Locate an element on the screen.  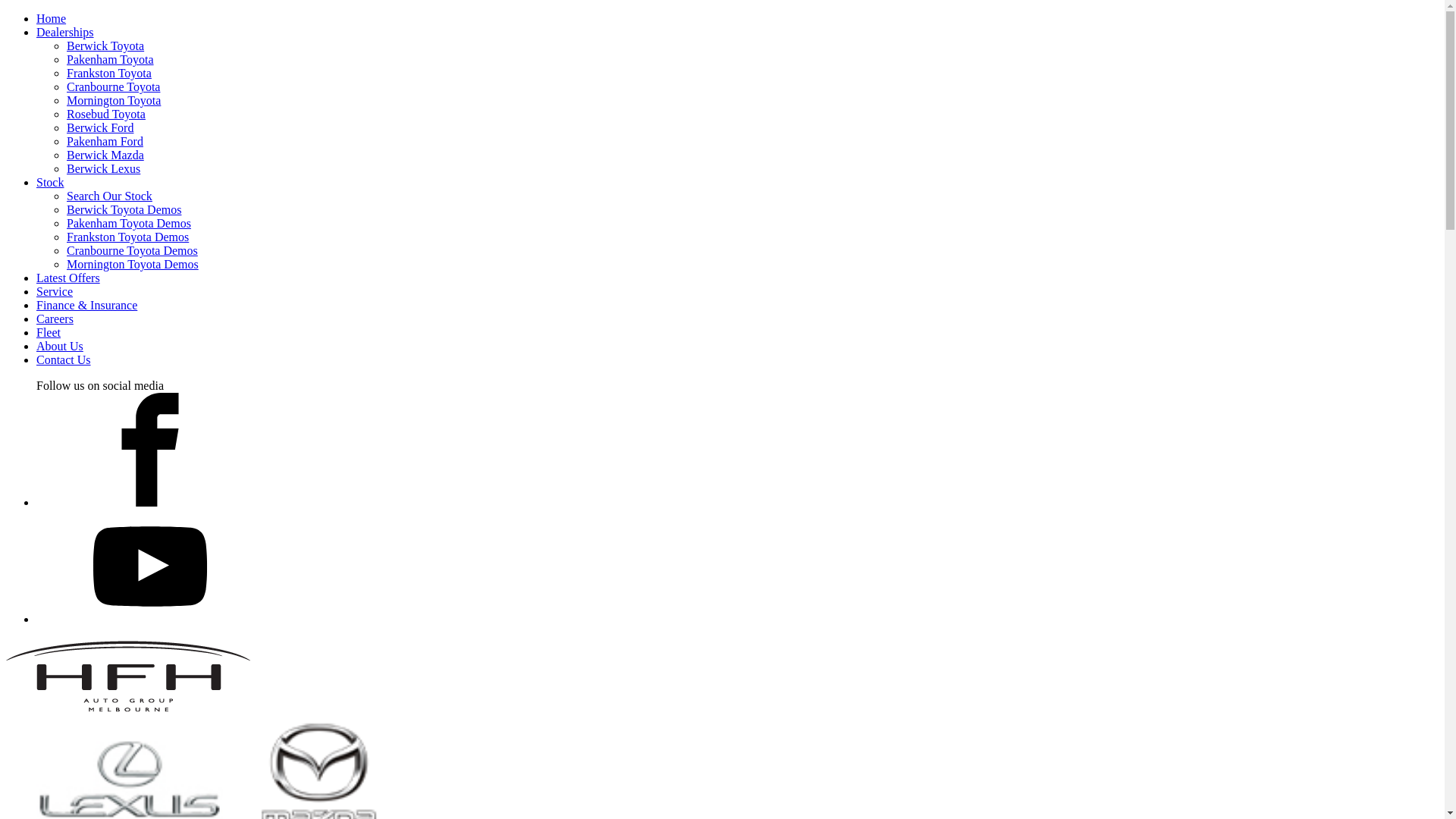
'Fleet' is located at coordinates (48, 331).